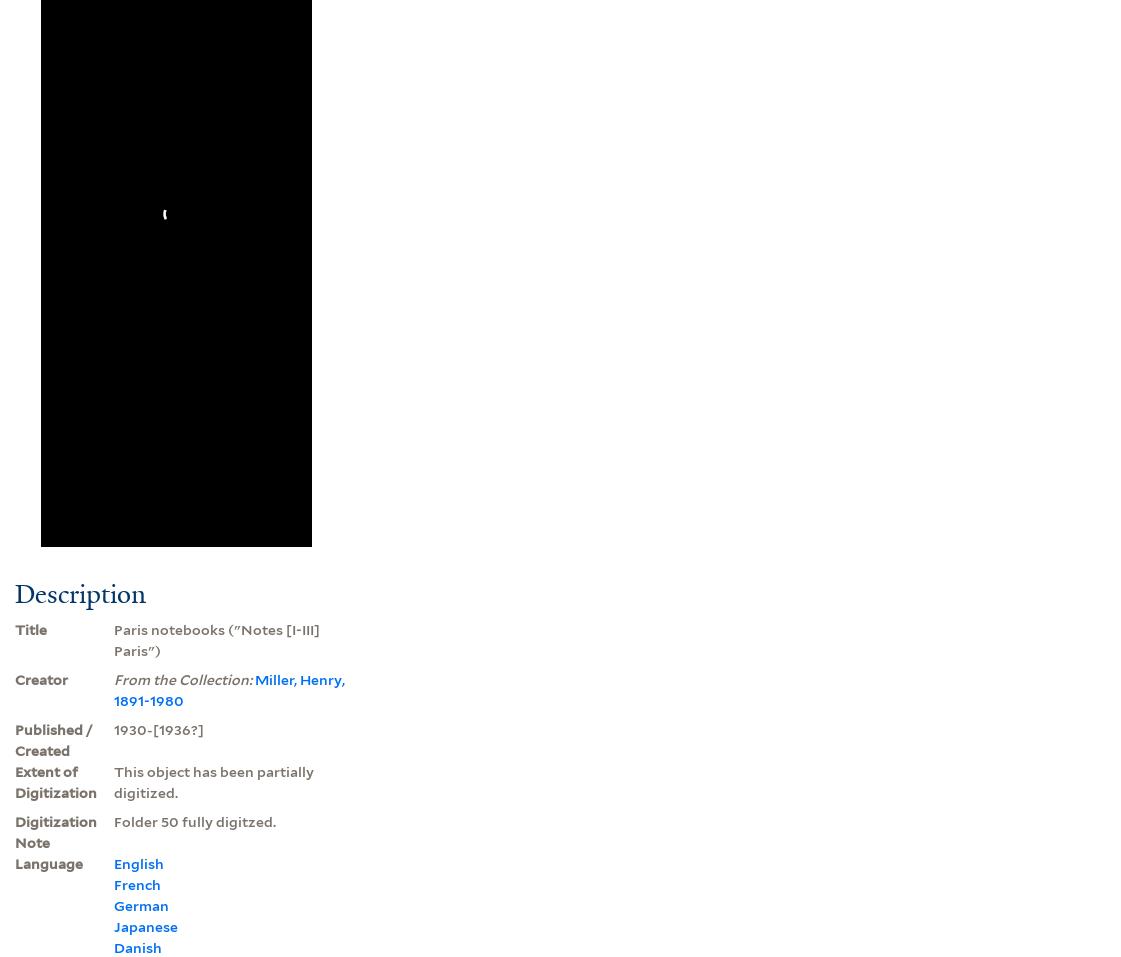 The width and height of the screenshot is (1121, 957). Describe the element at coordinates (14, 739) in the screenshot. I see `'Published / Created'` at that location.